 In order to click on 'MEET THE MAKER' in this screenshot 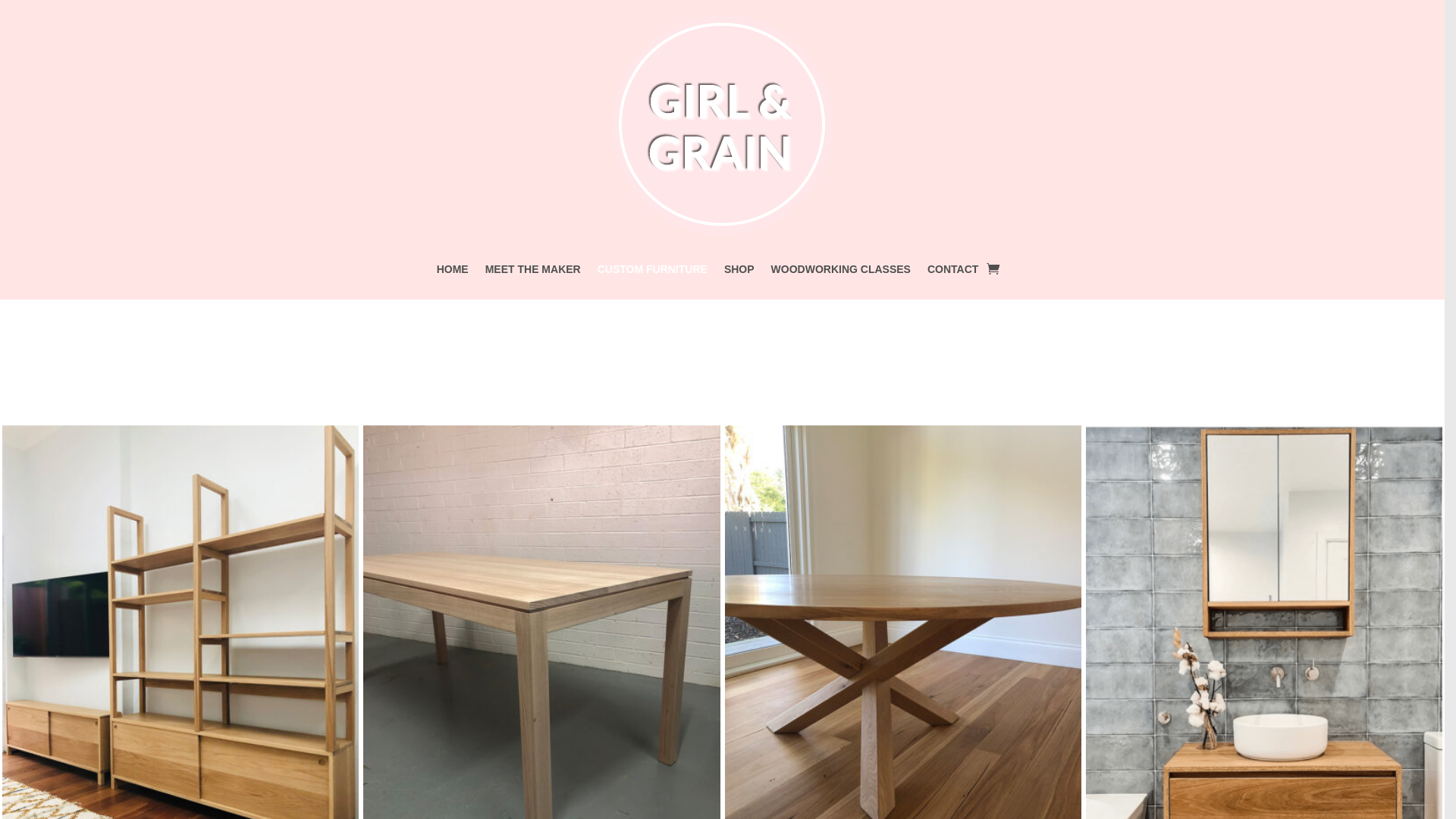, I will do `click(532, 271)`.